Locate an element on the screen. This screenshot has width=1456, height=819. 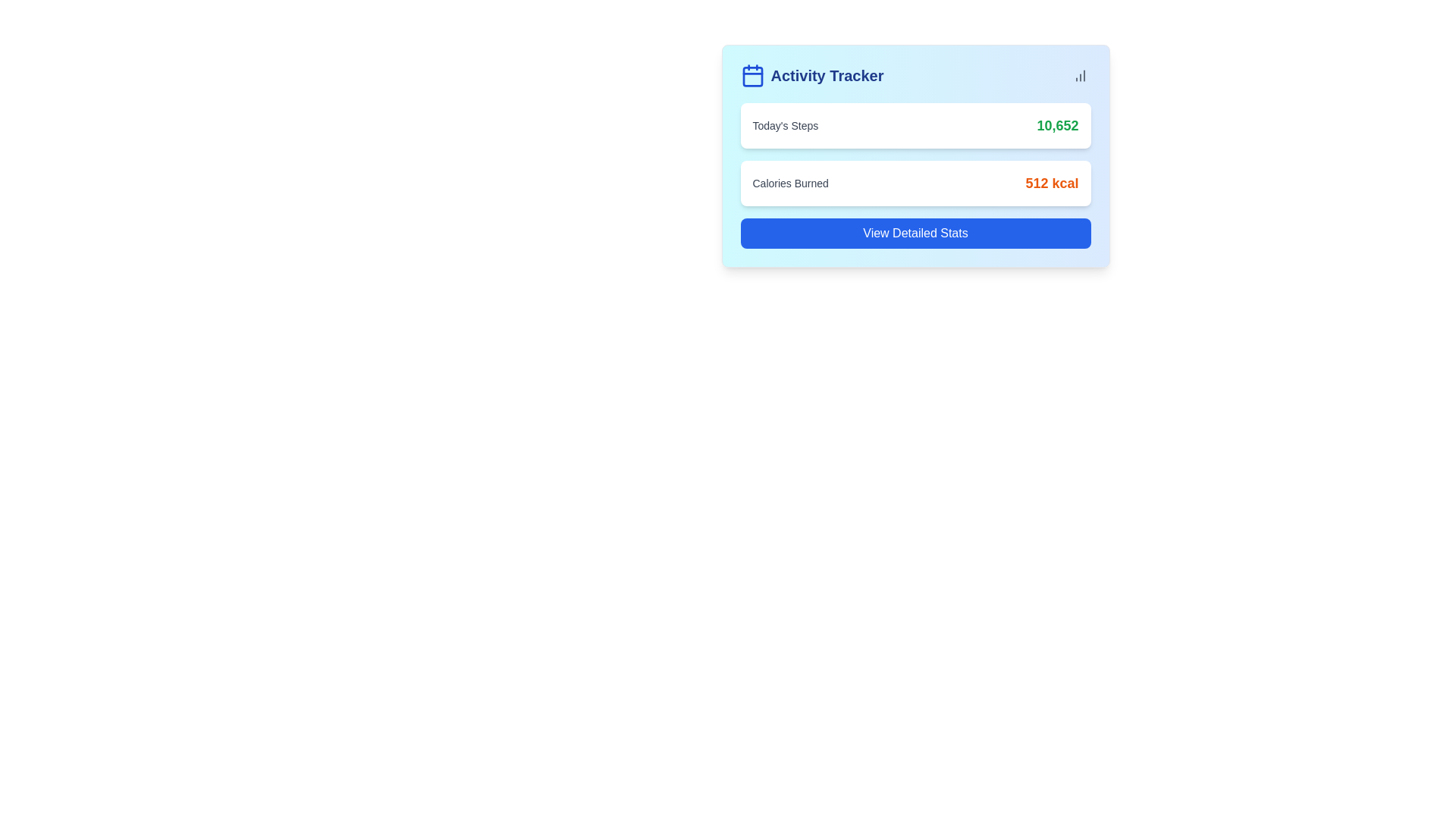
the 'Activity Tracker' text label, which is styled in bold dark blue and positioned next to a calendar icon in a card-like interface is located at coordinates (826, 76).